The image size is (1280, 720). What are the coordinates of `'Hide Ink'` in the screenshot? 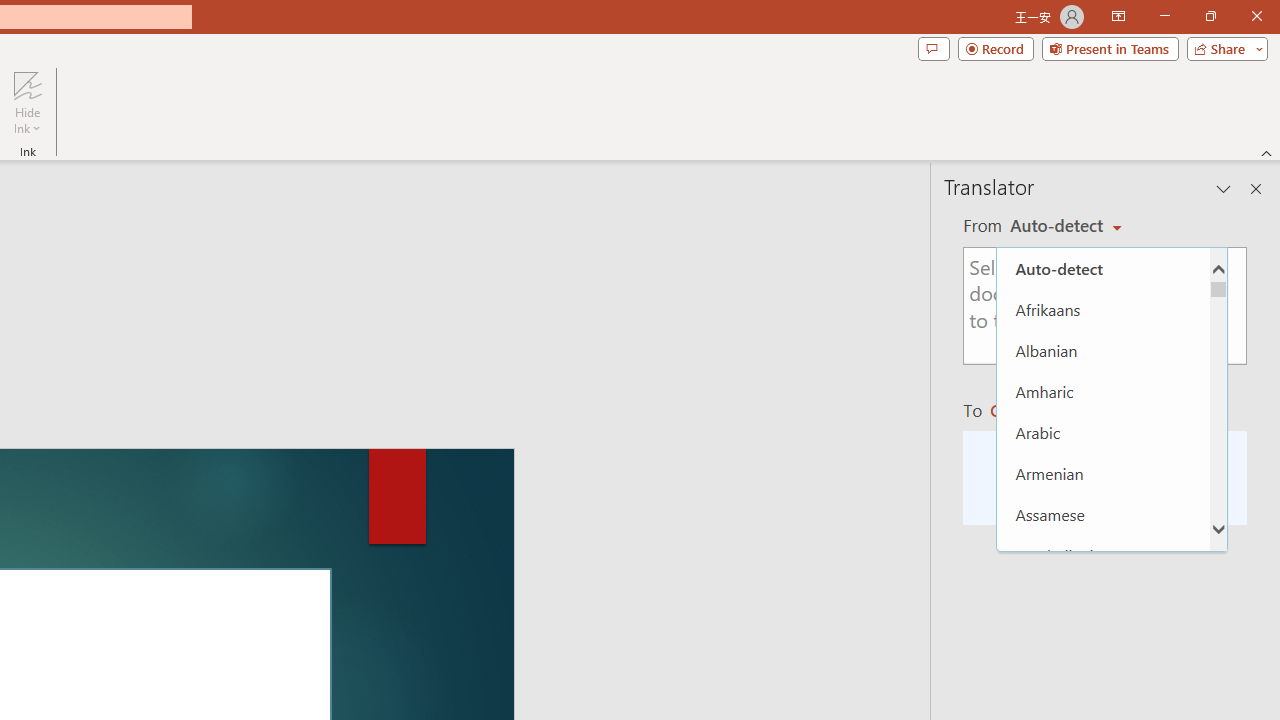 It's located at (27, 103).